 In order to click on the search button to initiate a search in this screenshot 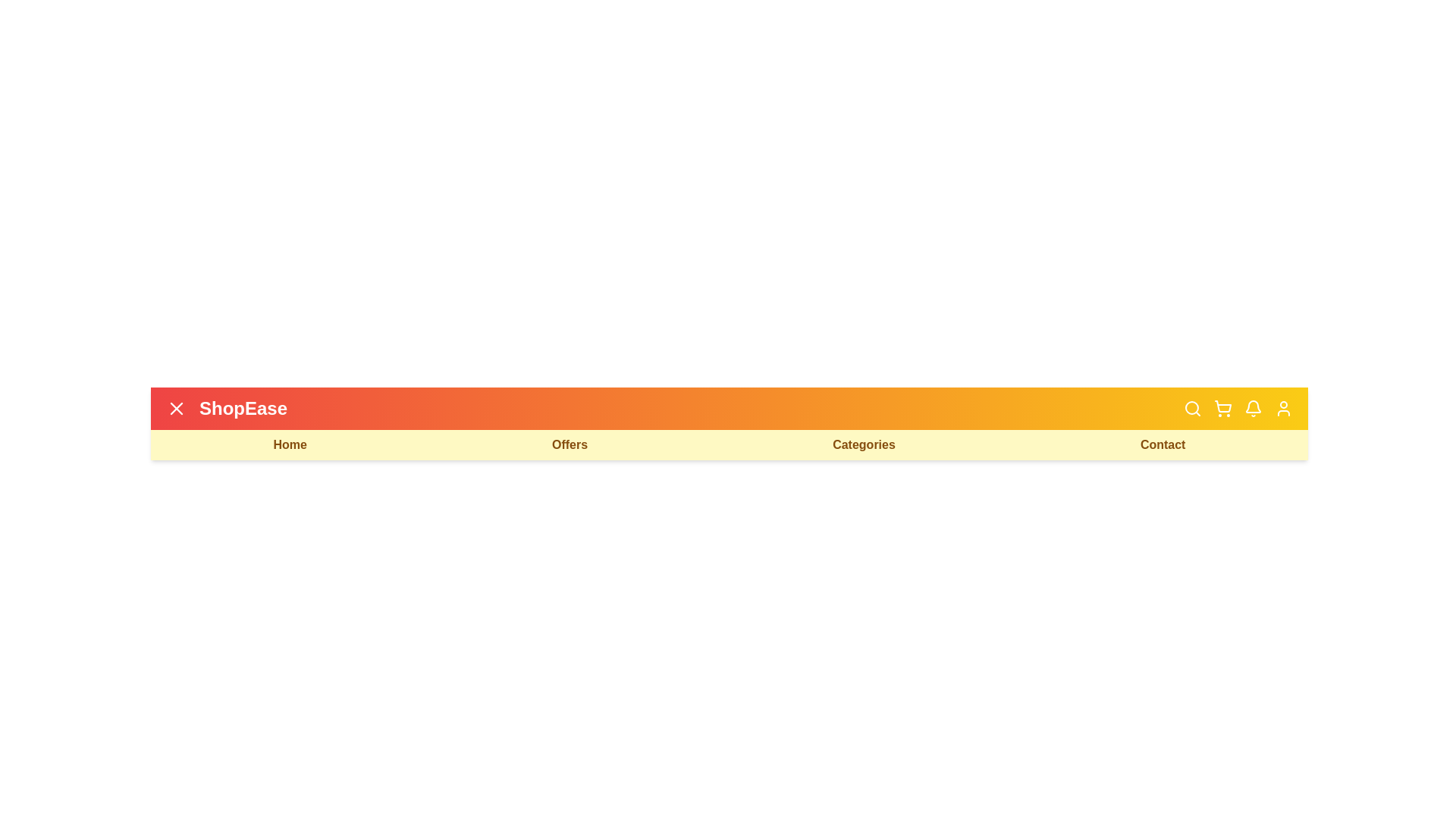, I will do `click(1192, 408)`.